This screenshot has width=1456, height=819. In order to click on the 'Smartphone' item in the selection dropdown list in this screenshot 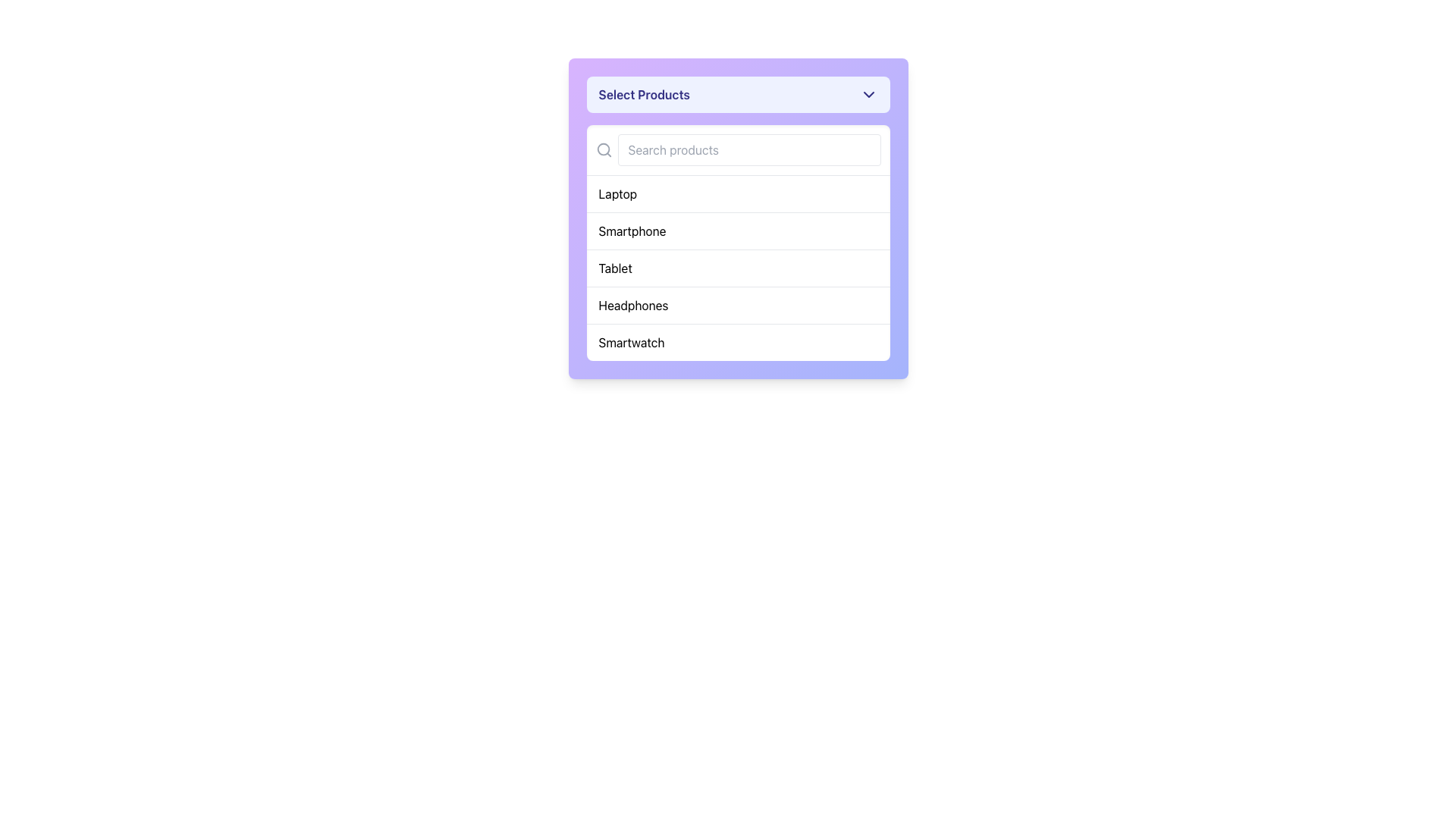, I will do `click(738, 218)`.